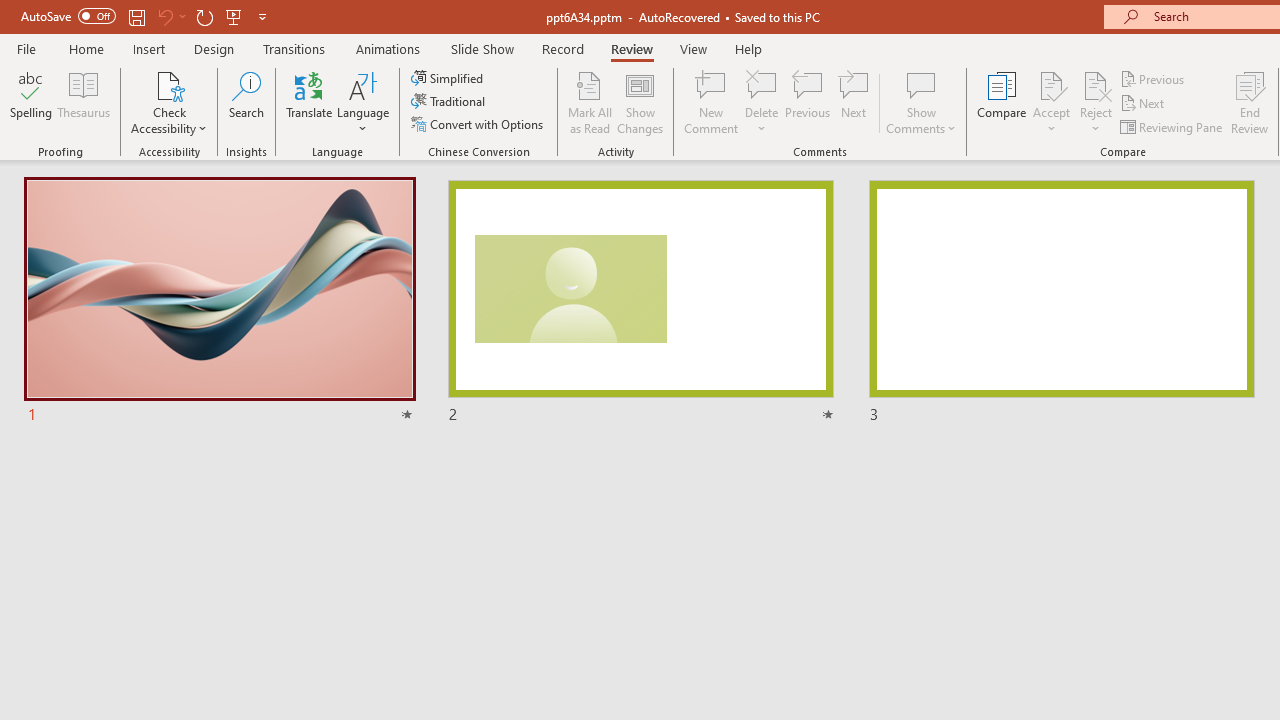 The width and height of the screenshot is (1280, 720). I want to click on 'Show Comments', so click(920, 84).